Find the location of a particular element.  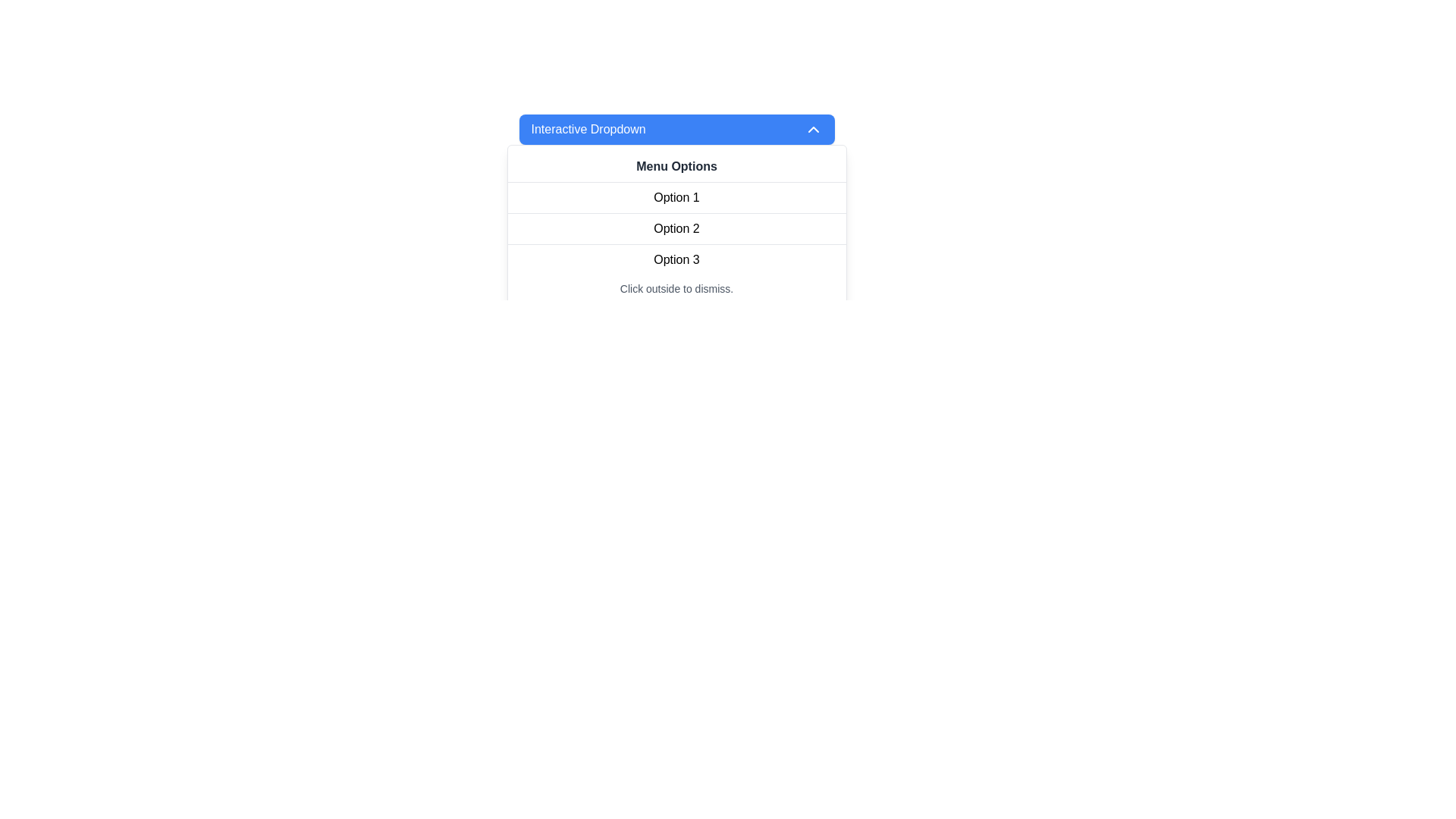

the static text header displaying 'Menu Options' in bold gray font, located at the top of the dropdown menu is located at coordinates (676, 167).